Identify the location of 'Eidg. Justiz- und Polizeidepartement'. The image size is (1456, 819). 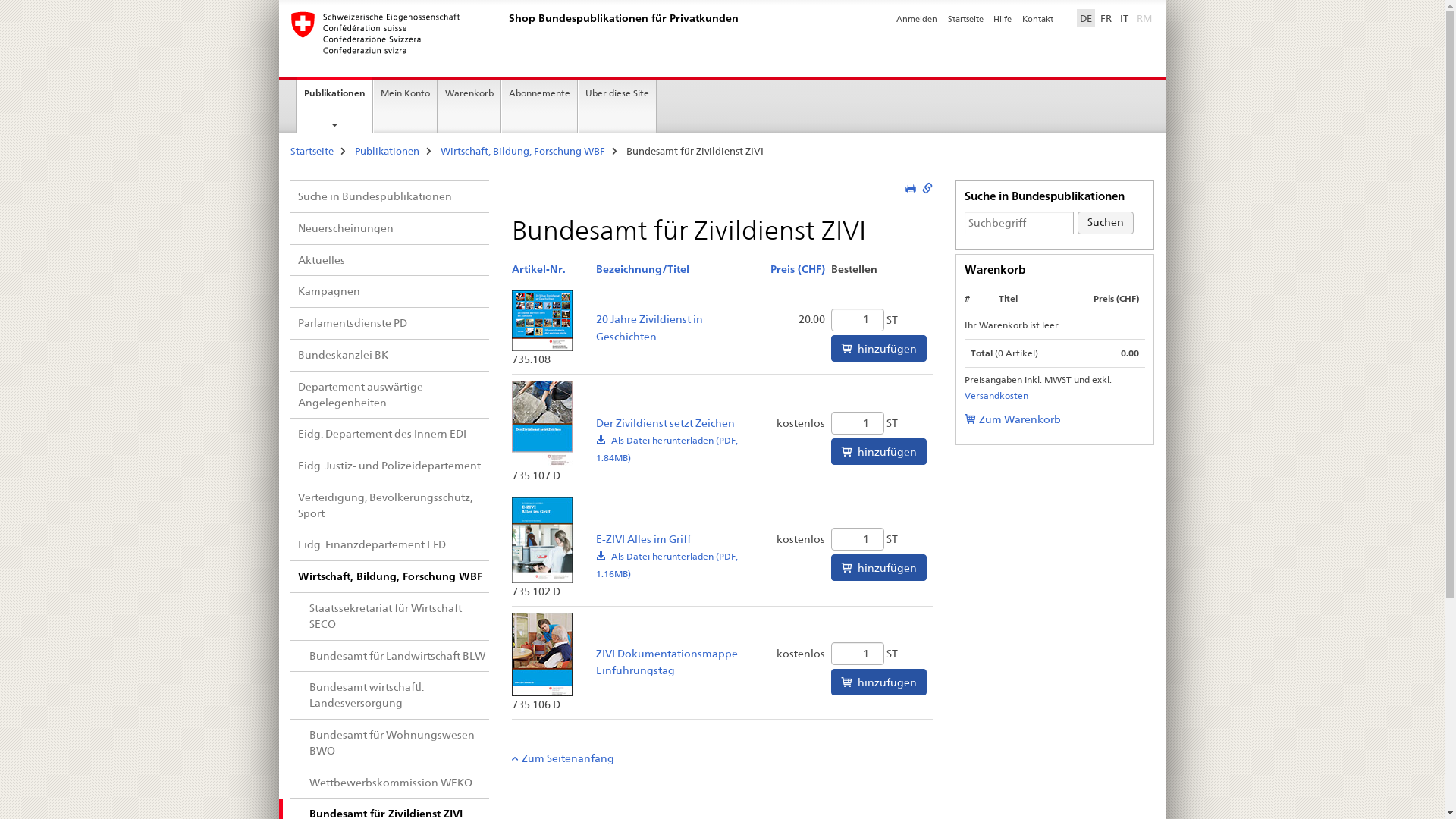
(389, 465).